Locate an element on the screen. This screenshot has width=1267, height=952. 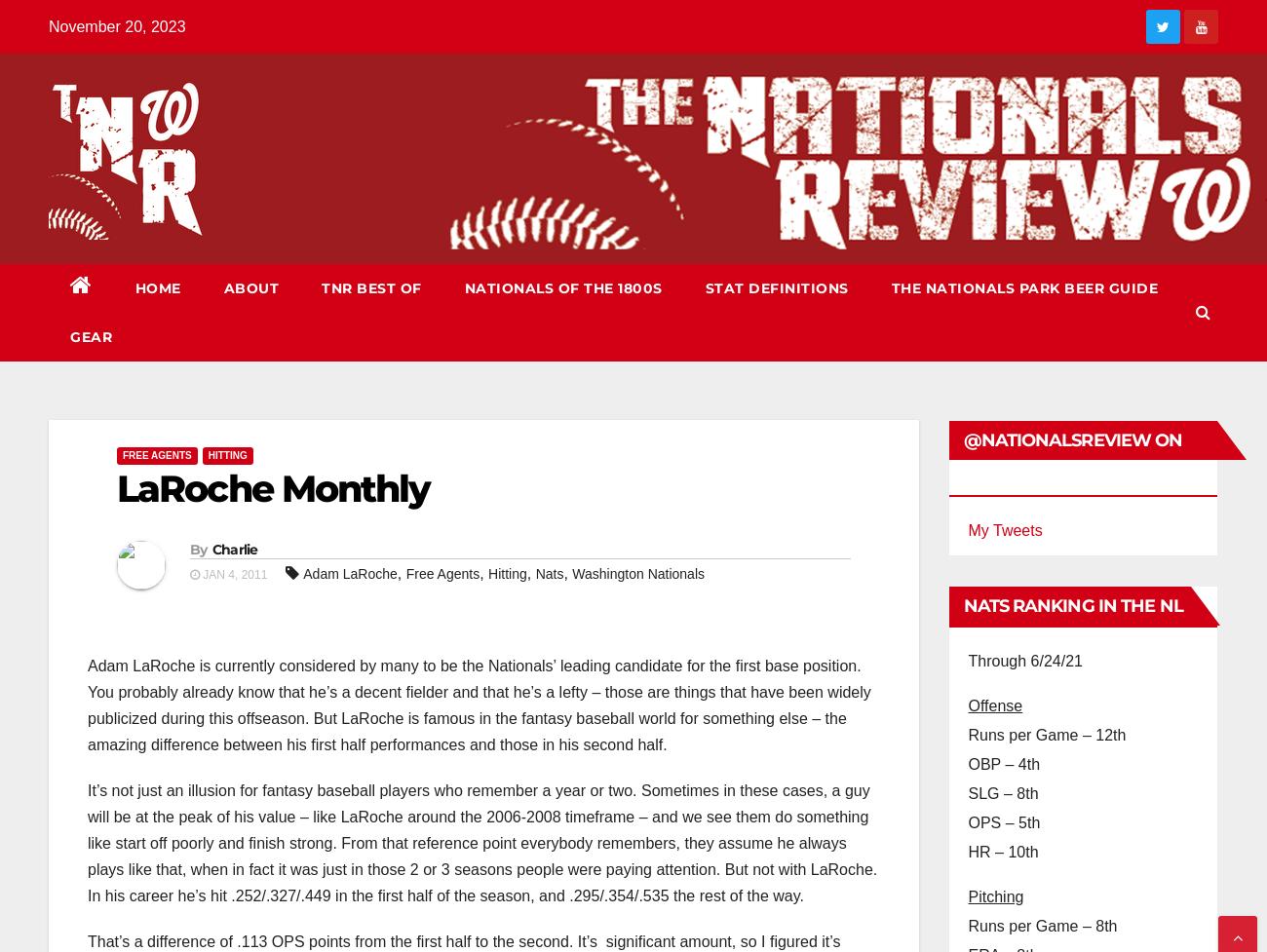
'Nats Ranking in the NL' is located at coordinates (1071, 604).